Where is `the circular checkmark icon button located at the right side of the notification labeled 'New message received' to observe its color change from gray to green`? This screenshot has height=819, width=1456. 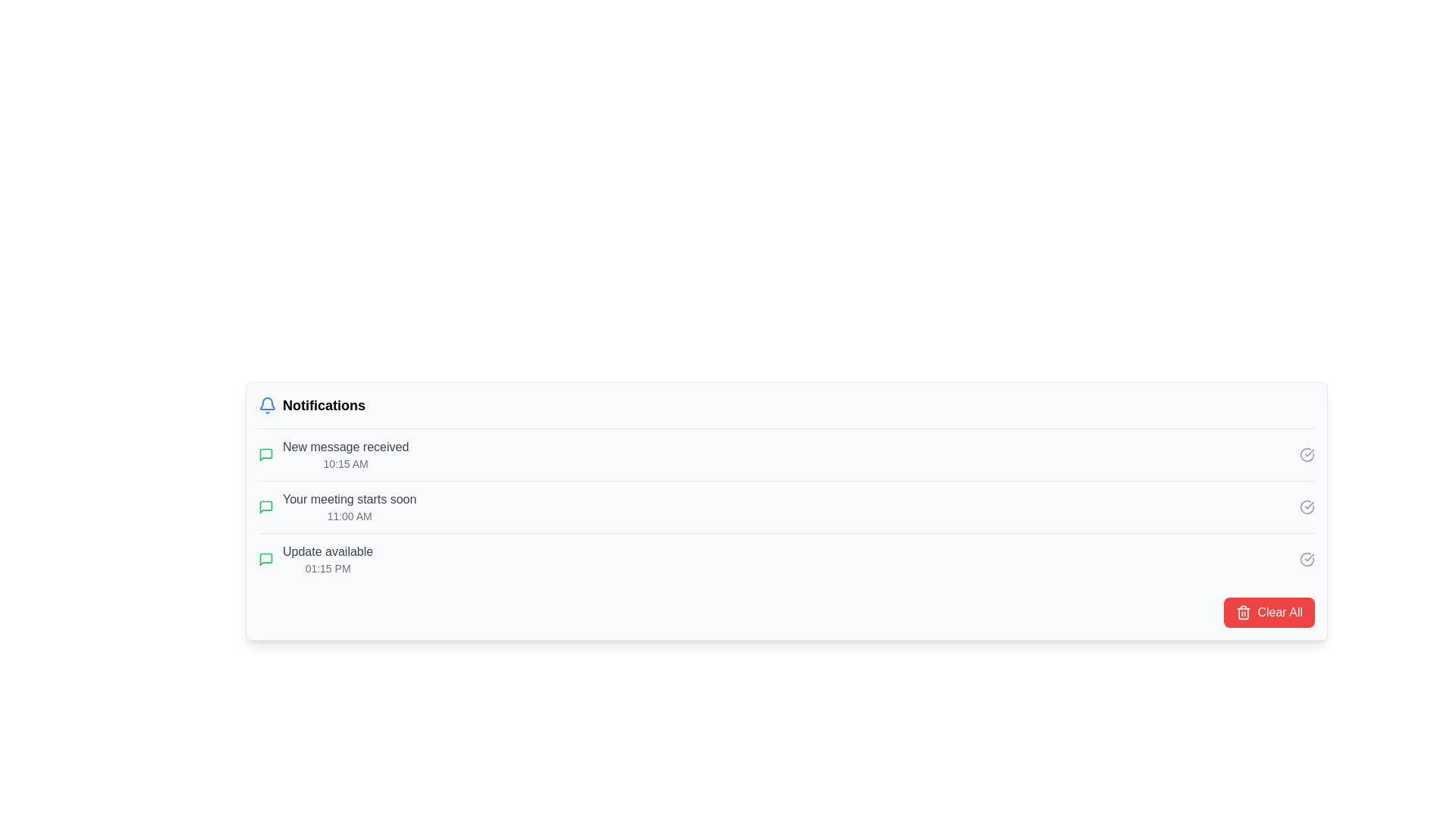
the circular checkmark icon button located at the right side of the notification labeled 'New message received' to observe its color change from gray to green is located at coordinates (1306, 454).